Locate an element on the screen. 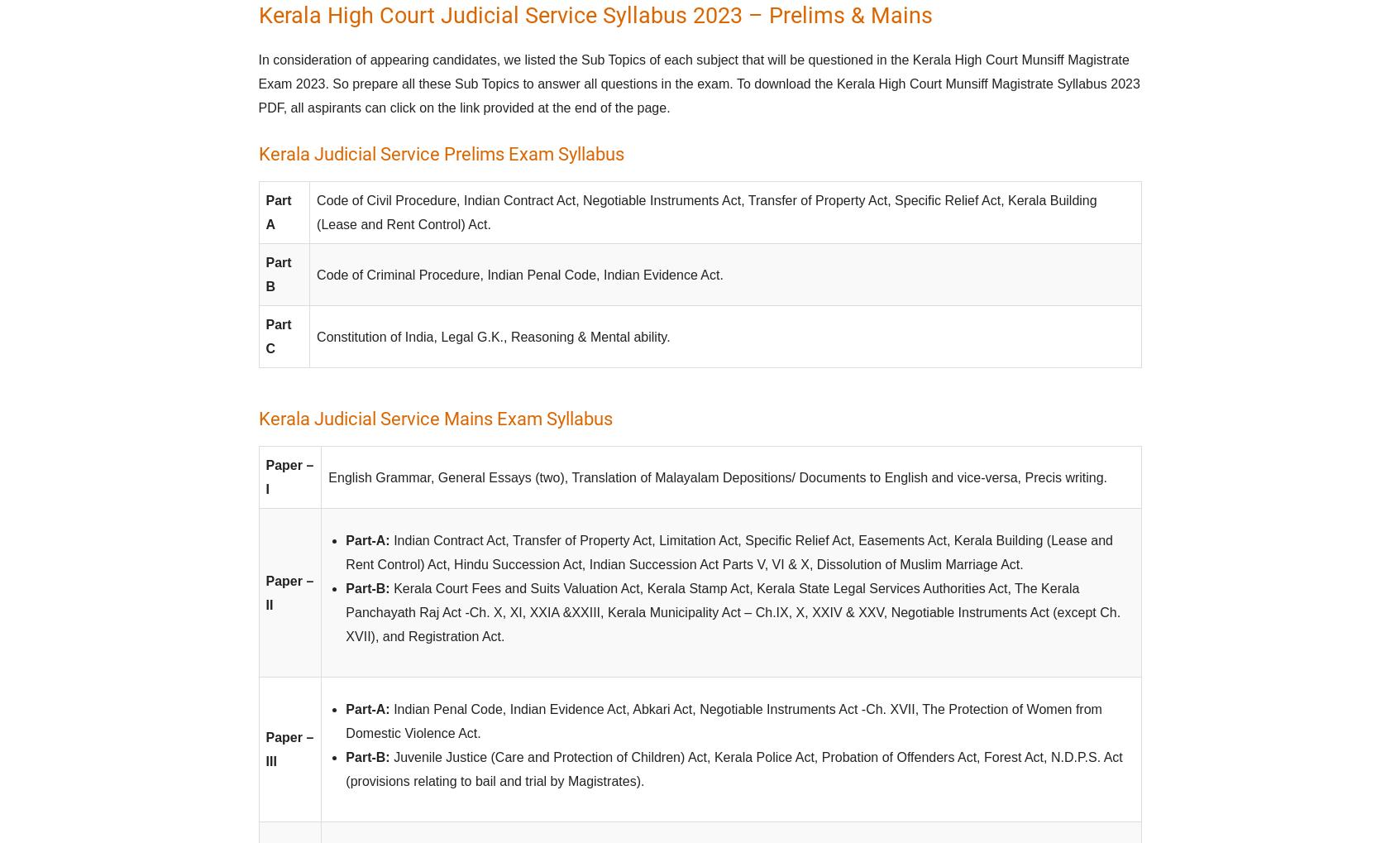 This screenshot has height=843, width=1400. 'Paper – III' is located at coordinates (289, 749).